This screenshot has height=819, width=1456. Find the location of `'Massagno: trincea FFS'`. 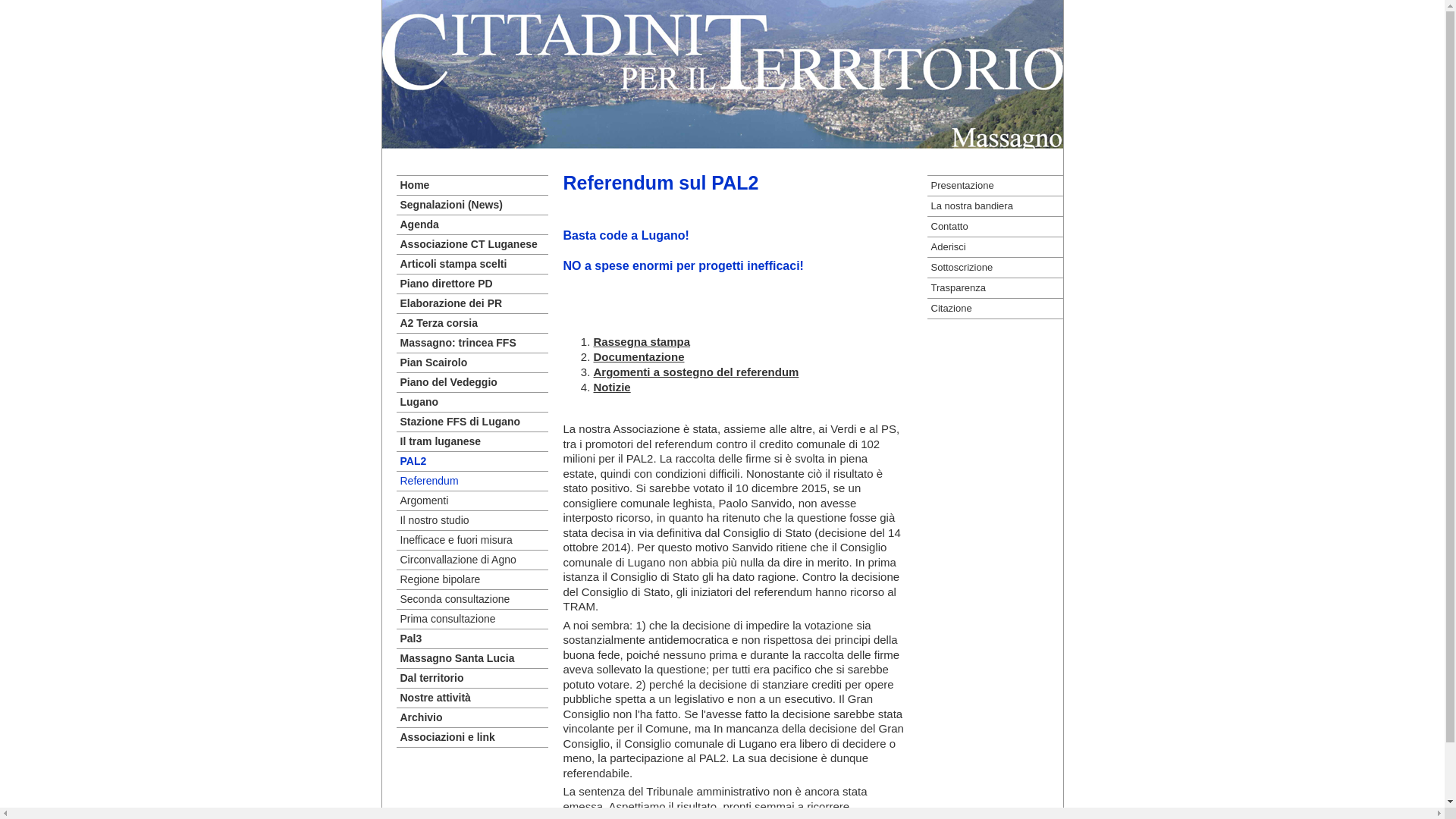

'Massagno: trincea FFS' is located at coordinates (396, 343).